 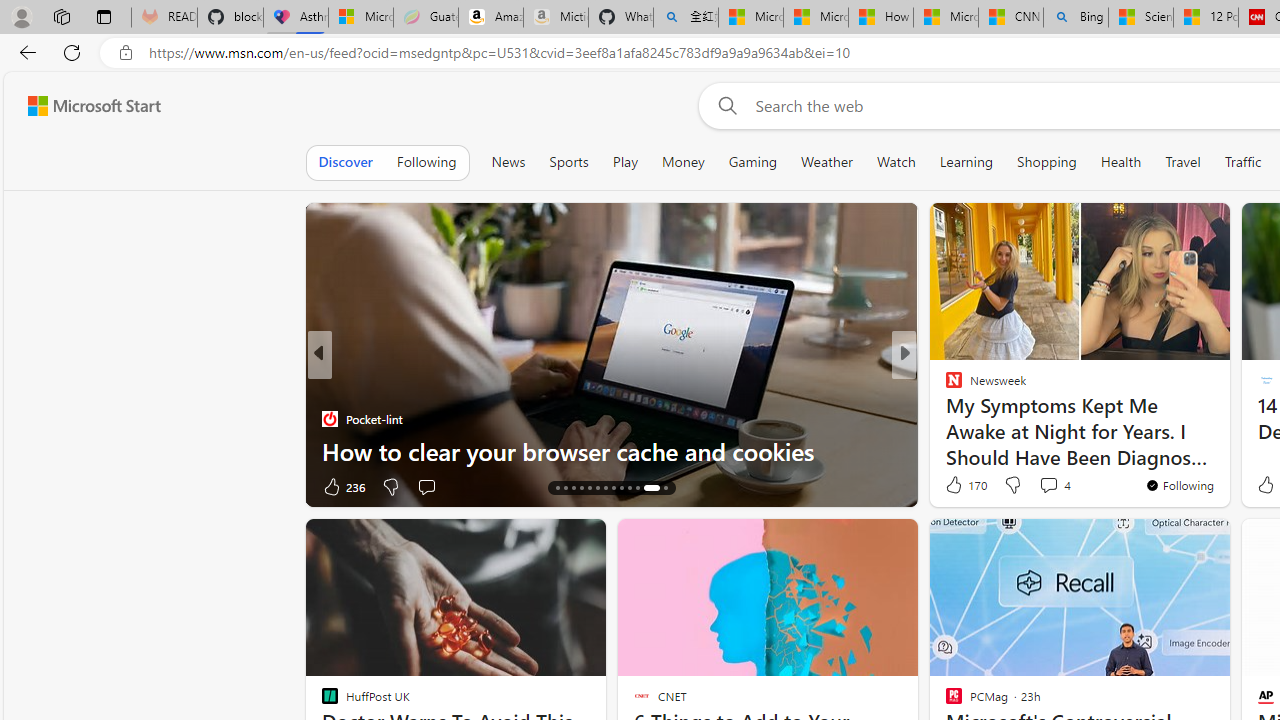 I want to click on 'CNN - MSN', so click(x=1011, y=17).